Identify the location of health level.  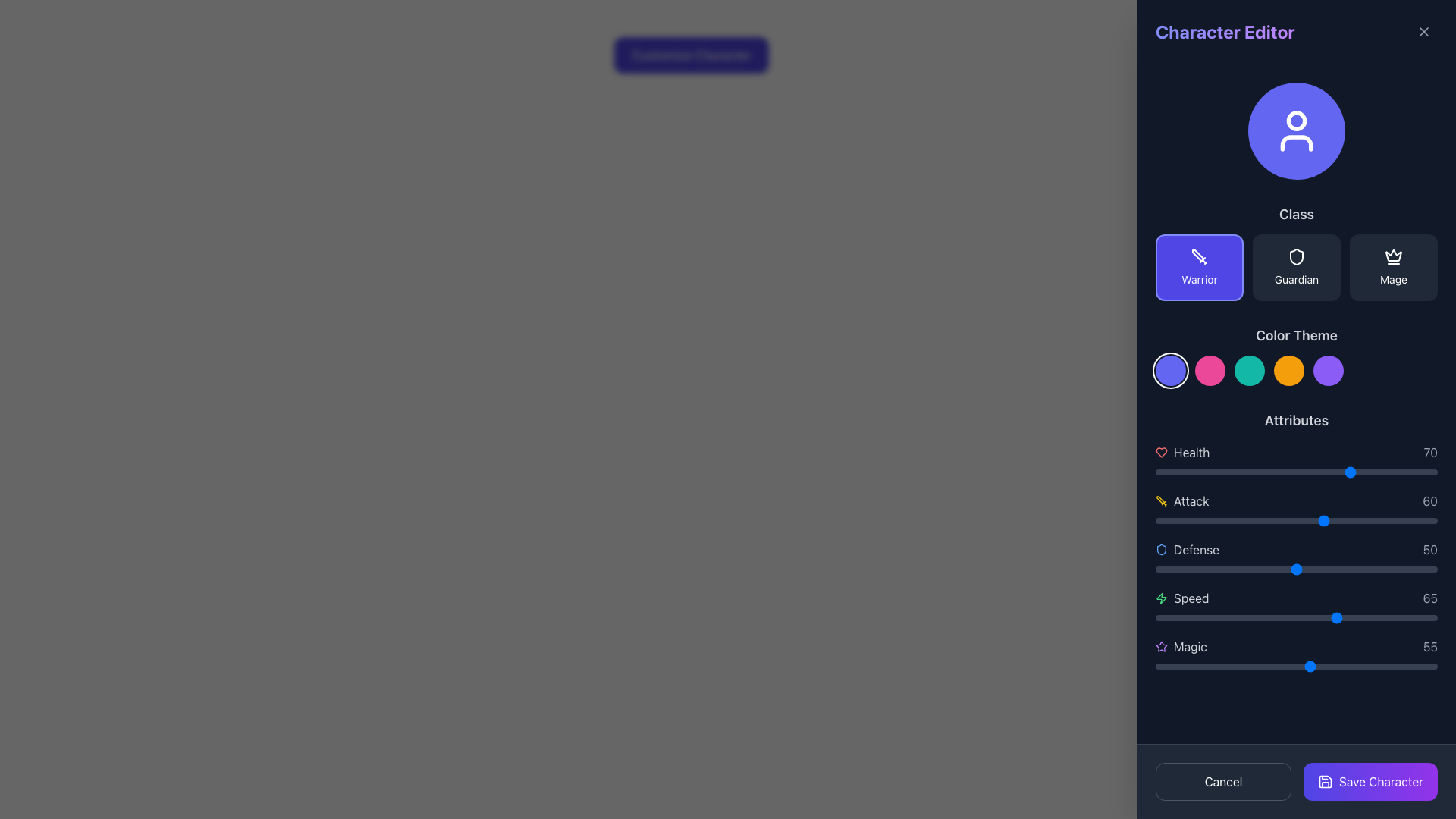
(1329, 472).